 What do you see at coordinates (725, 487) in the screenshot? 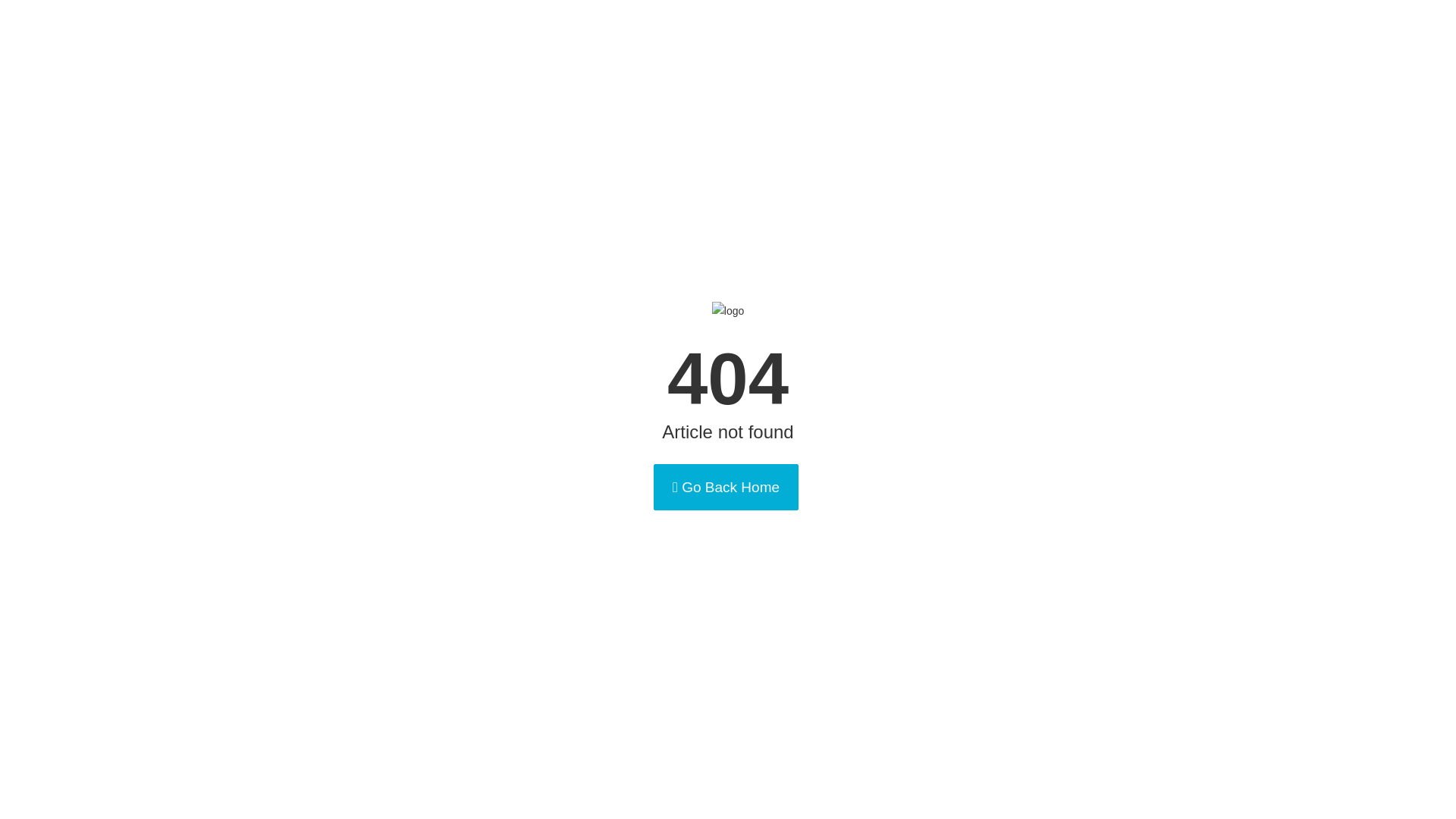
I see `'Go Back Home'` at bounding box center [725, 487].